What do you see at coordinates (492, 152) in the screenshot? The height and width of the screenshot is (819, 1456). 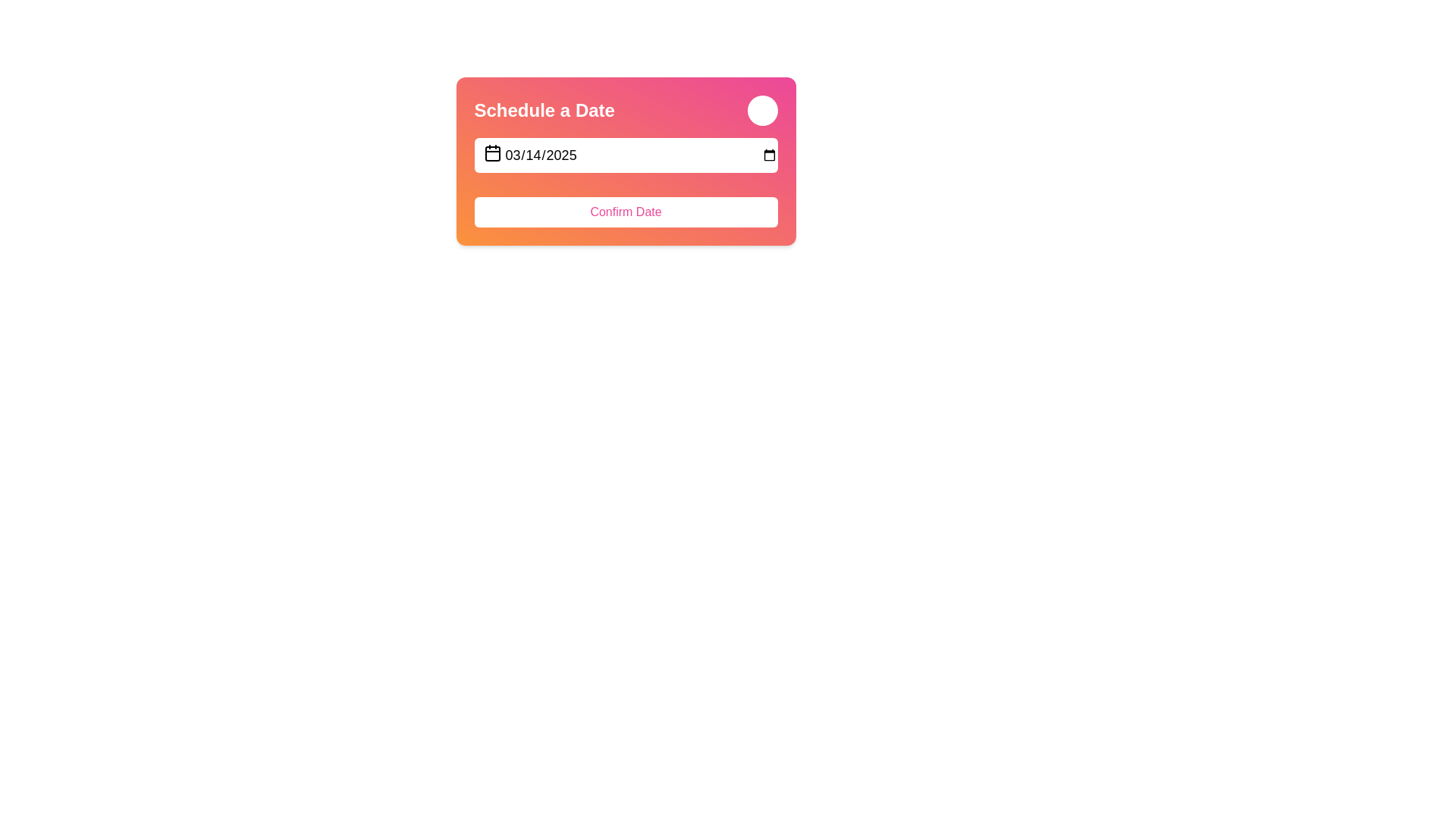 I see `the calendar icon that visually represents the date input functionality, located near the left side of the date input field` at bounding box center [492, 152].